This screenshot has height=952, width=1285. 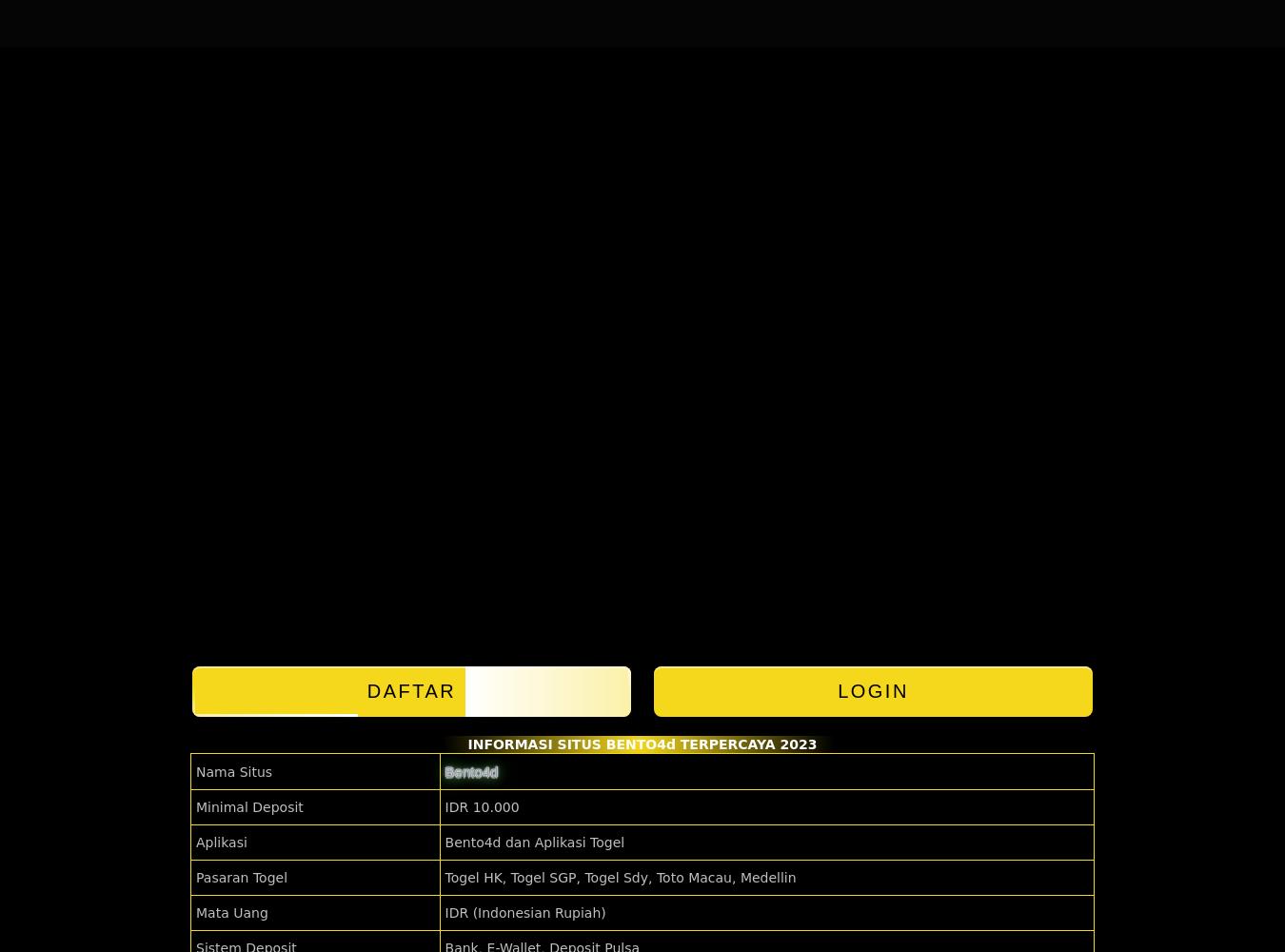 I want to click on 'Bento4d', so click(x=470, y=771).